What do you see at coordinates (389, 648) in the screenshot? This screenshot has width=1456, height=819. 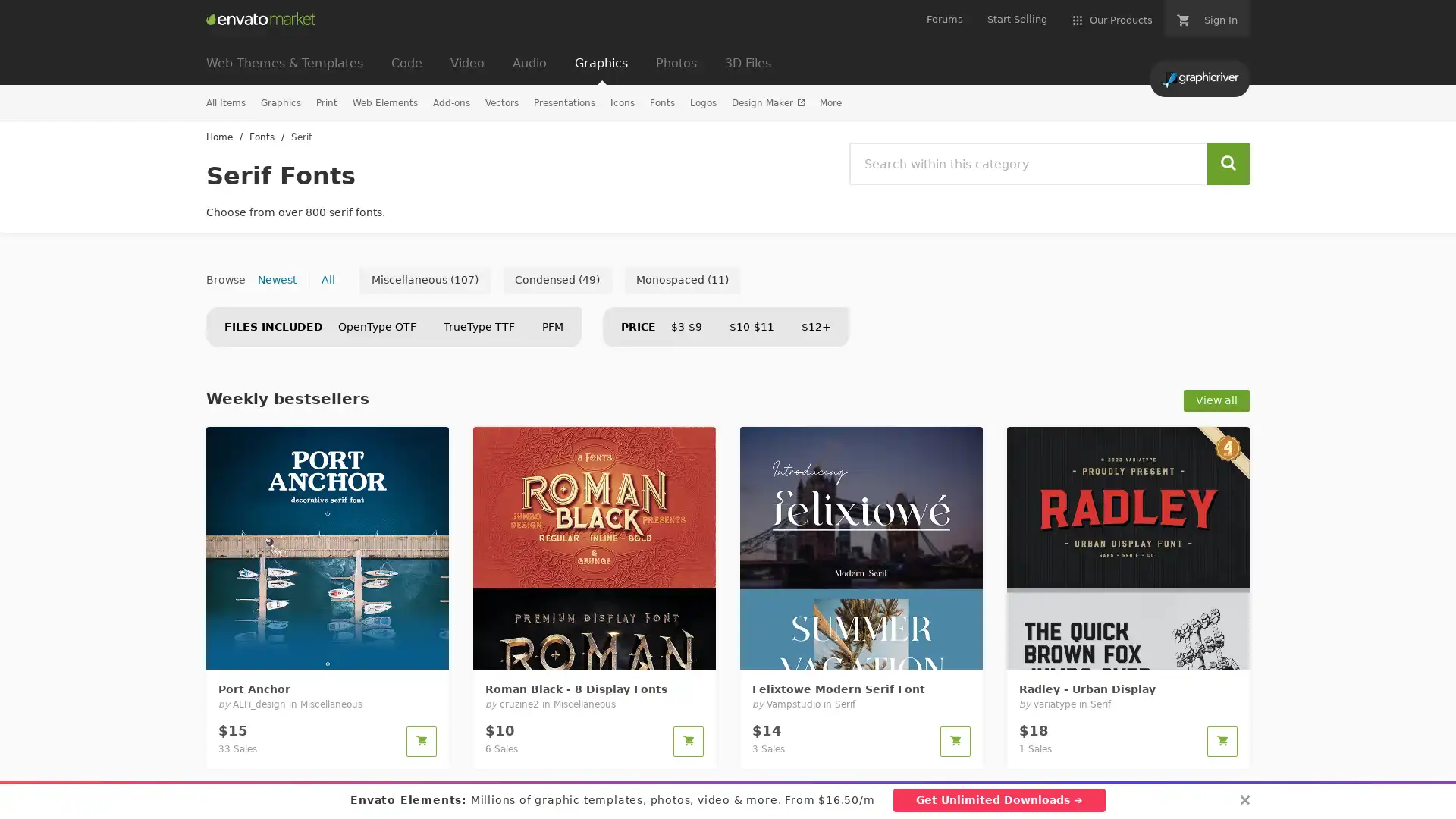 I see `Add to collection` at bounding box center [389, 648].